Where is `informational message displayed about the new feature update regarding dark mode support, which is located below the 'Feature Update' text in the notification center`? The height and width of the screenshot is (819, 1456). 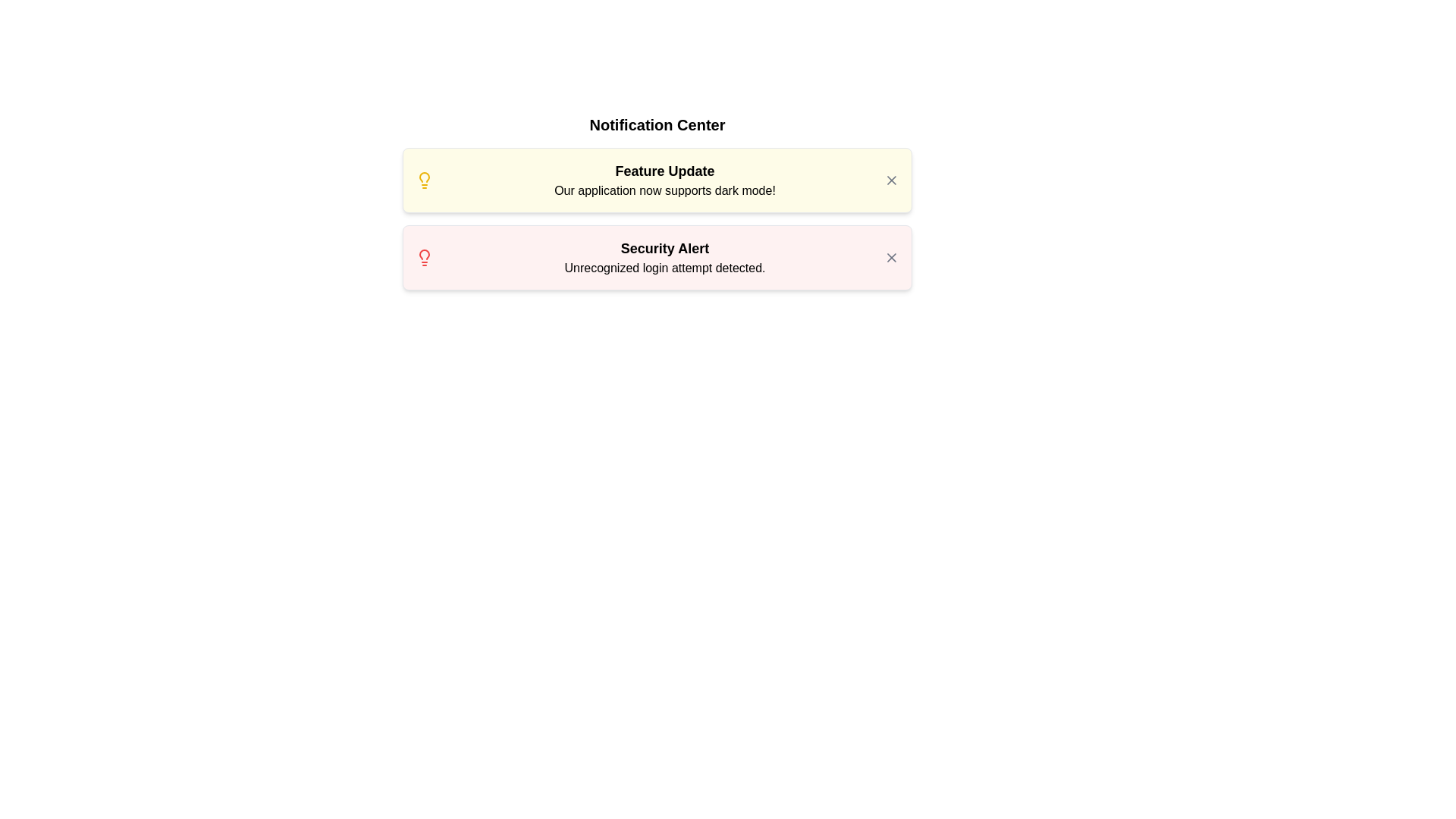 informational message displayed about the new feature update regarding dark mode support, which is located below the 'Feature Update' text in the notification center is located at coordinates (665, 190).